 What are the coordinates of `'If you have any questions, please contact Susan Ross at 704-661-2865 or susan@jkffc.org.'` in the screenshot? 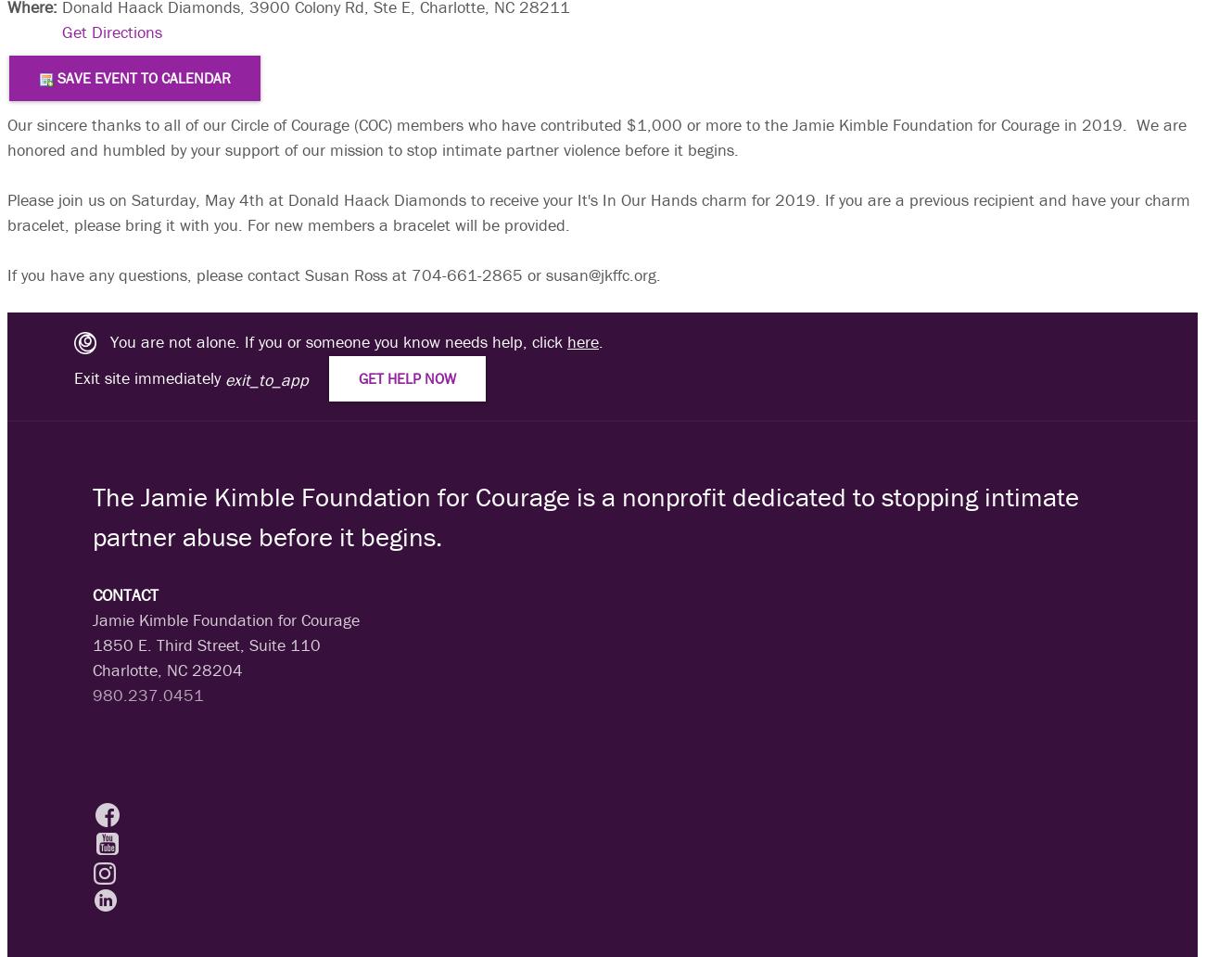 It's located at (334, 274).